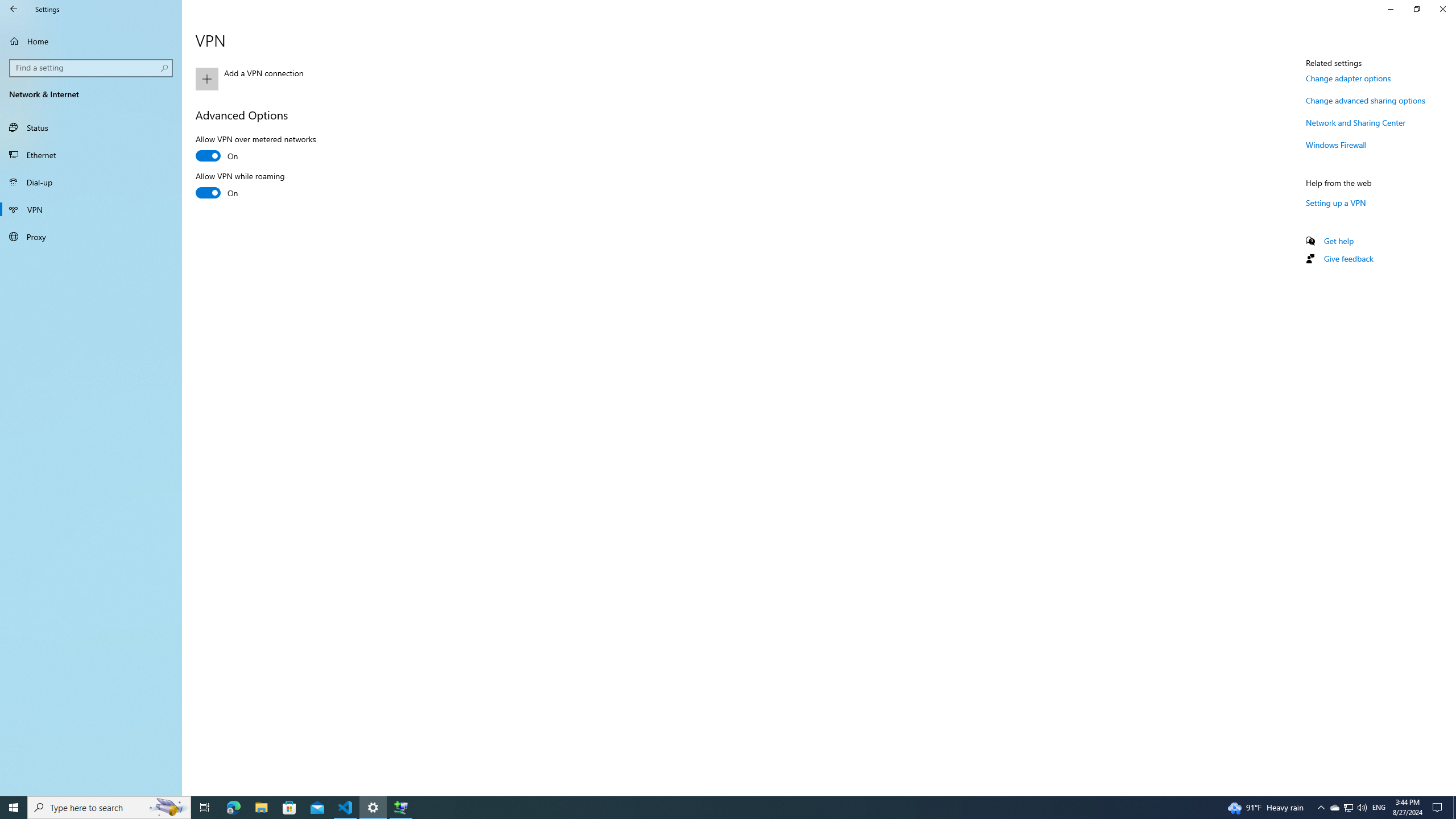 The height and width of the screenshot is (819, 1456). What do you see at coordinates (1347, 78) in the screenshot?
I see `'Change adapter options'` at bounding box center [1347, 78].